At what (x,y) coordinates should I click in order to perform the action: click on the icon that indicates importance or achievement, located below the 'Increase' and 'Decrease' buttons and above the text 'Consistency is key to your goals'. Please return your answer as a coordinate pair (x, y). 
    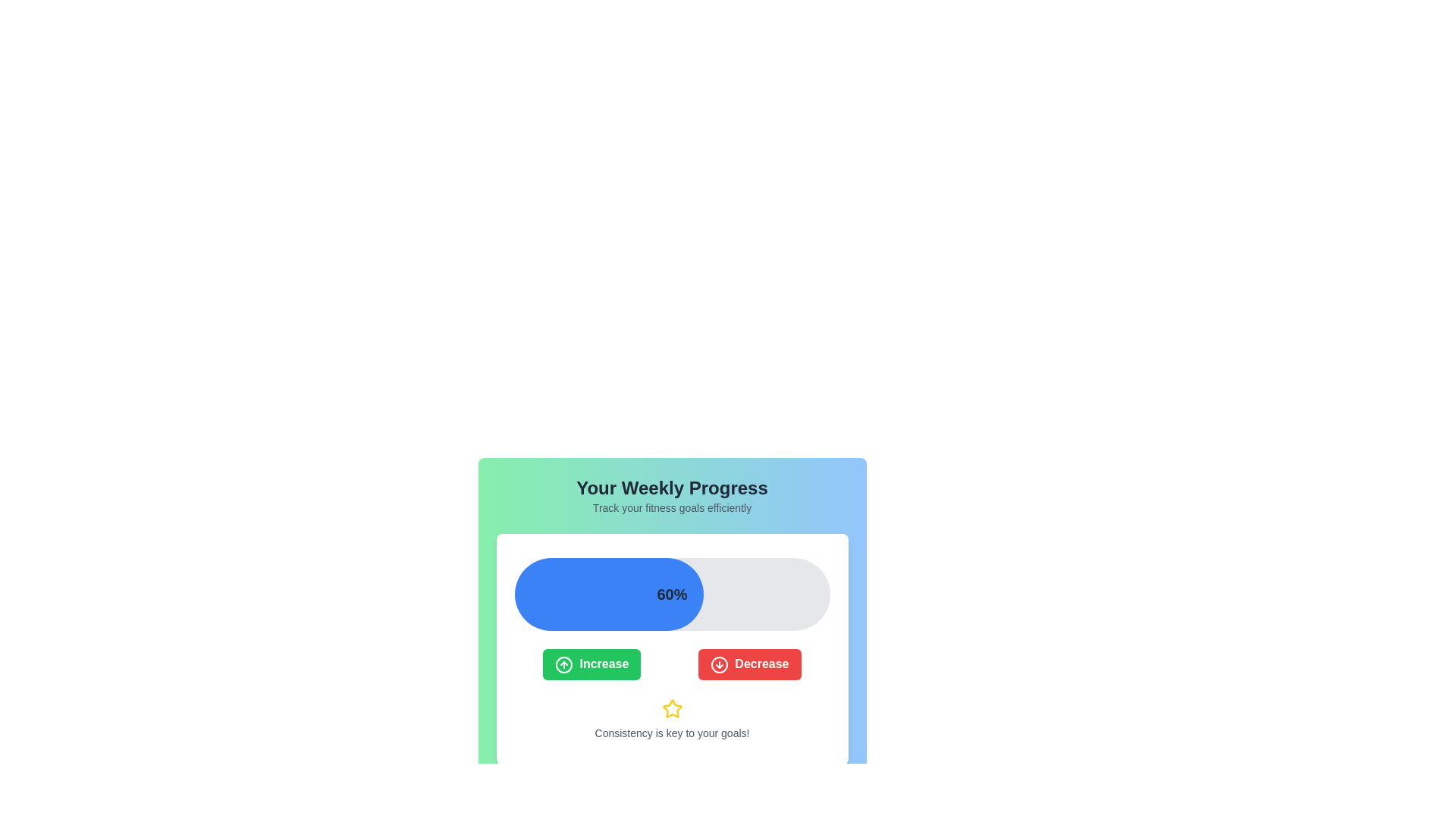
    Looking at the image, I should click on (671, 708).